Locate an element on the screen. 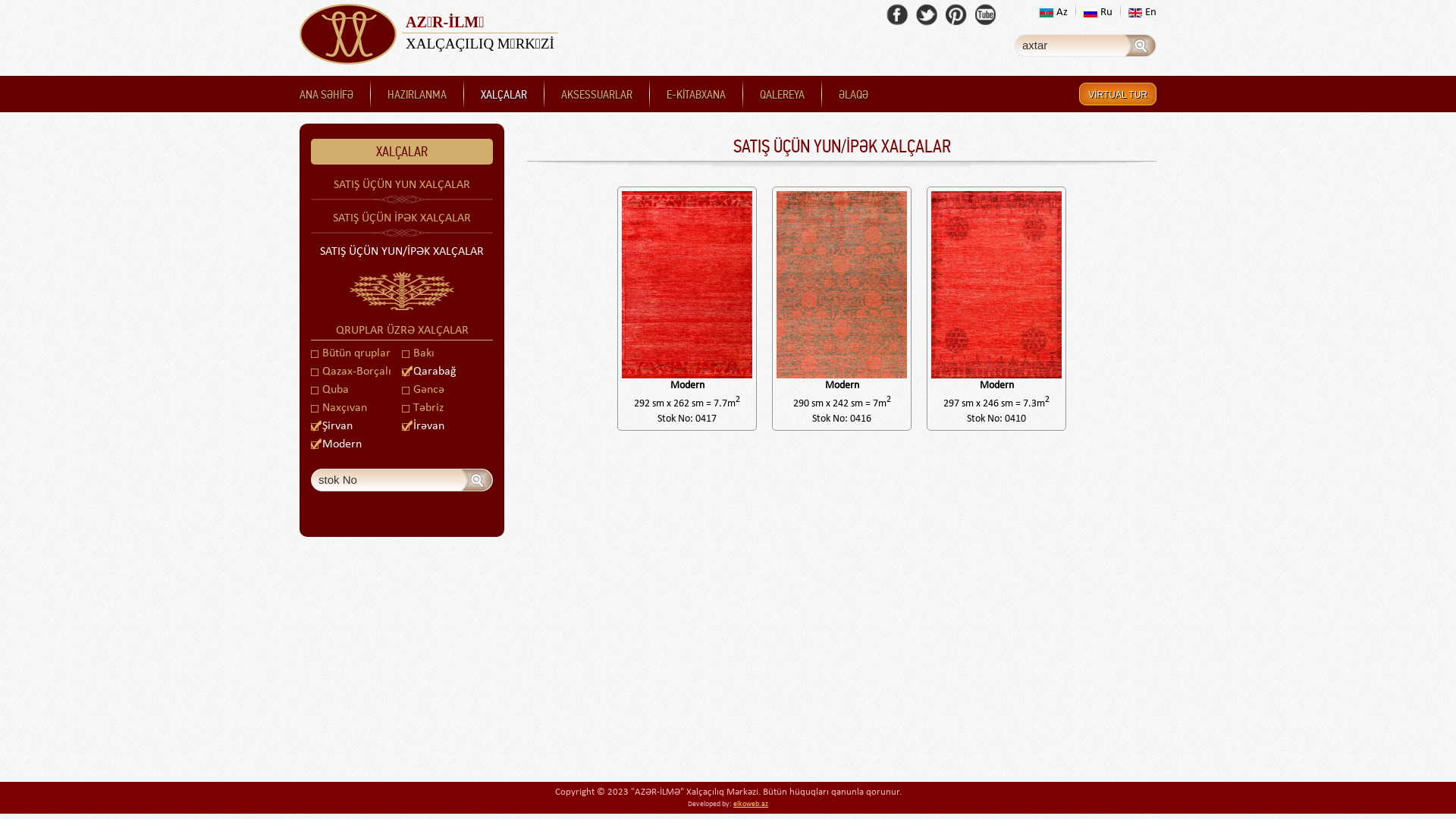  'Youtube' is located at coordinates (986, 14).